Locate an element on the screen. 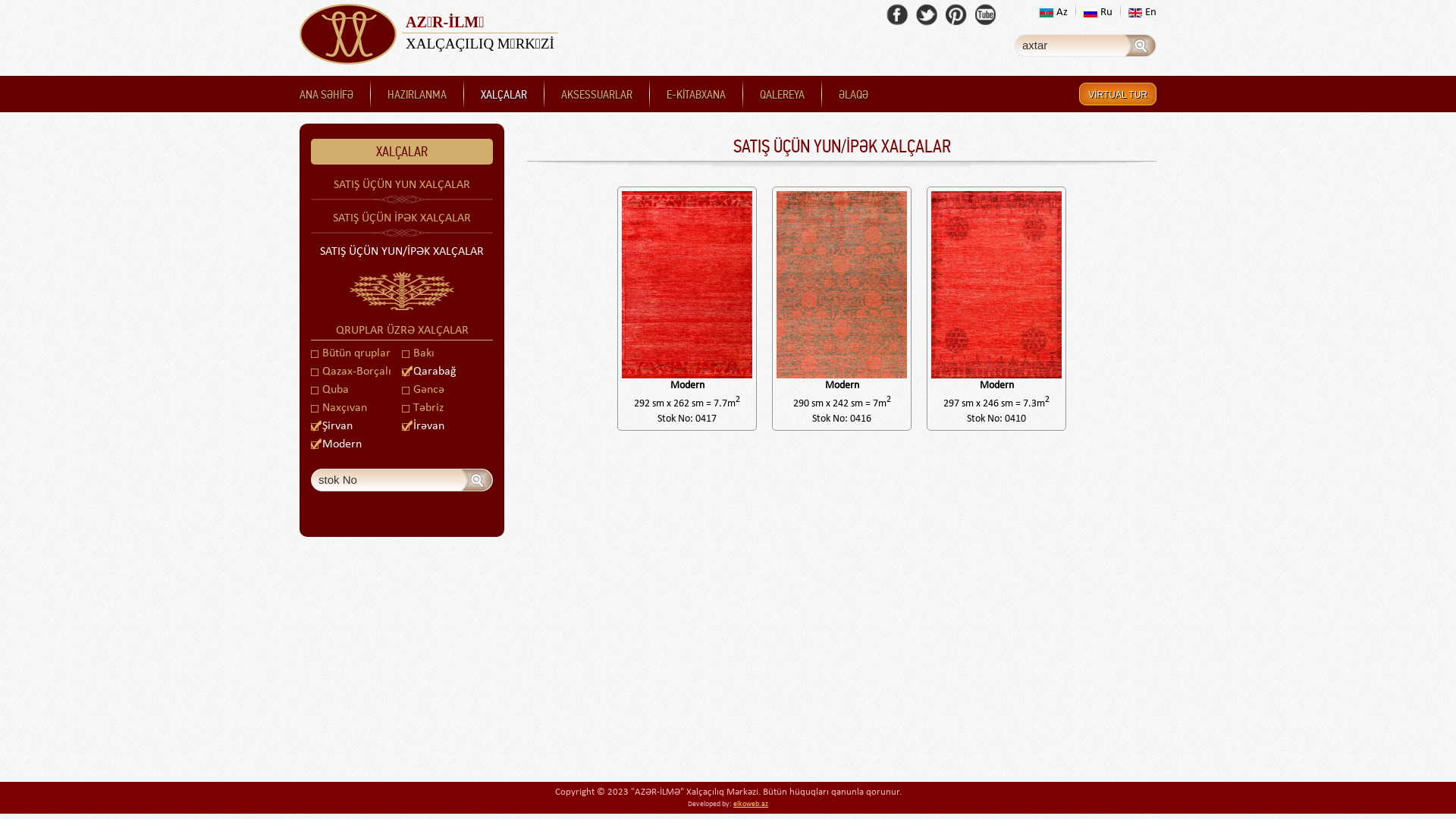  'Youtube' is located at coordinates (986, 14).